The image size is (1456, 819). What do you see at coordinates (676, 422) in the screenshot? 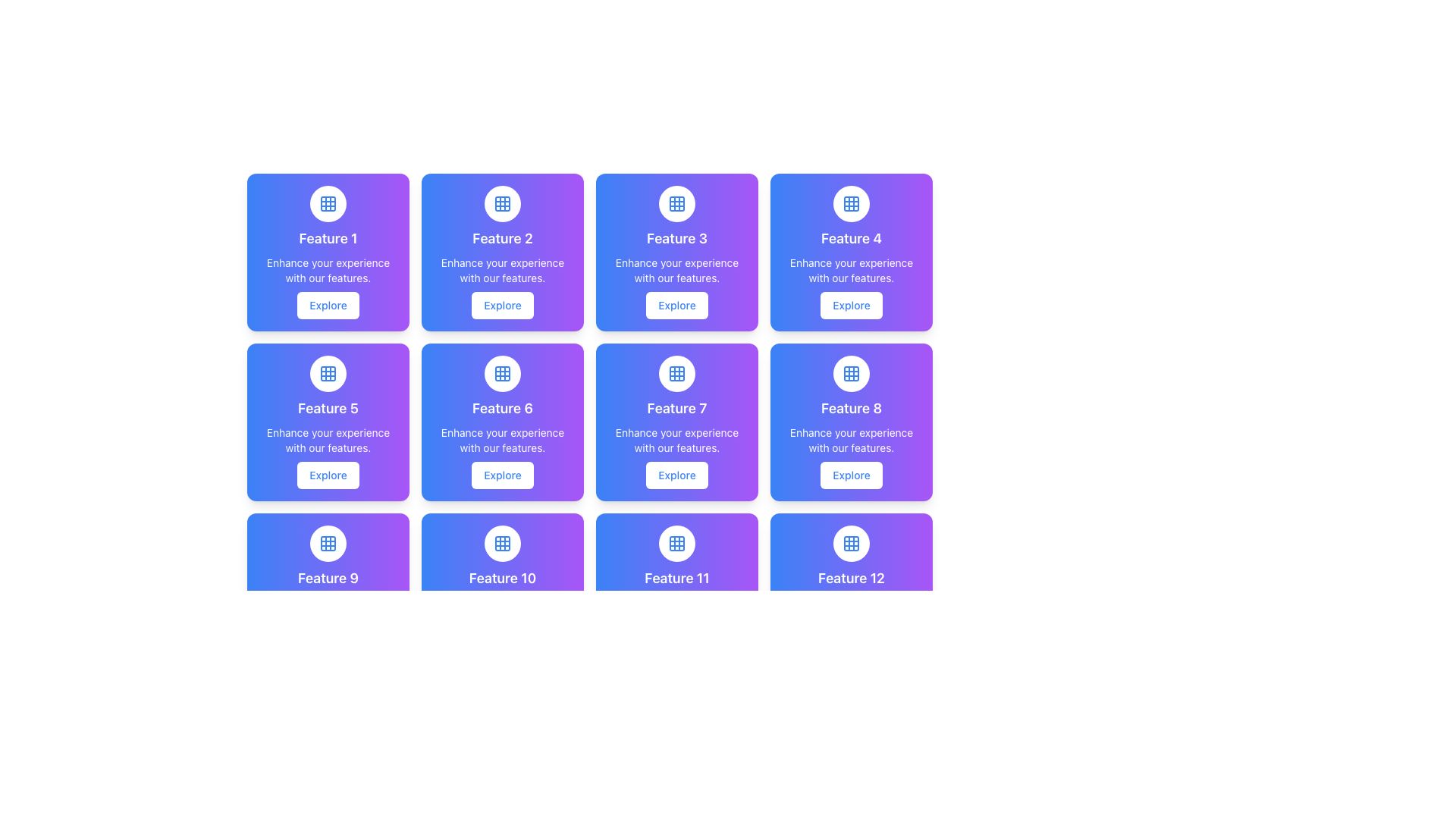
I see `the informational and navigational card for 'Feature 7', located in the third row and third column of the grid layout` at bounding box center [676, 422].